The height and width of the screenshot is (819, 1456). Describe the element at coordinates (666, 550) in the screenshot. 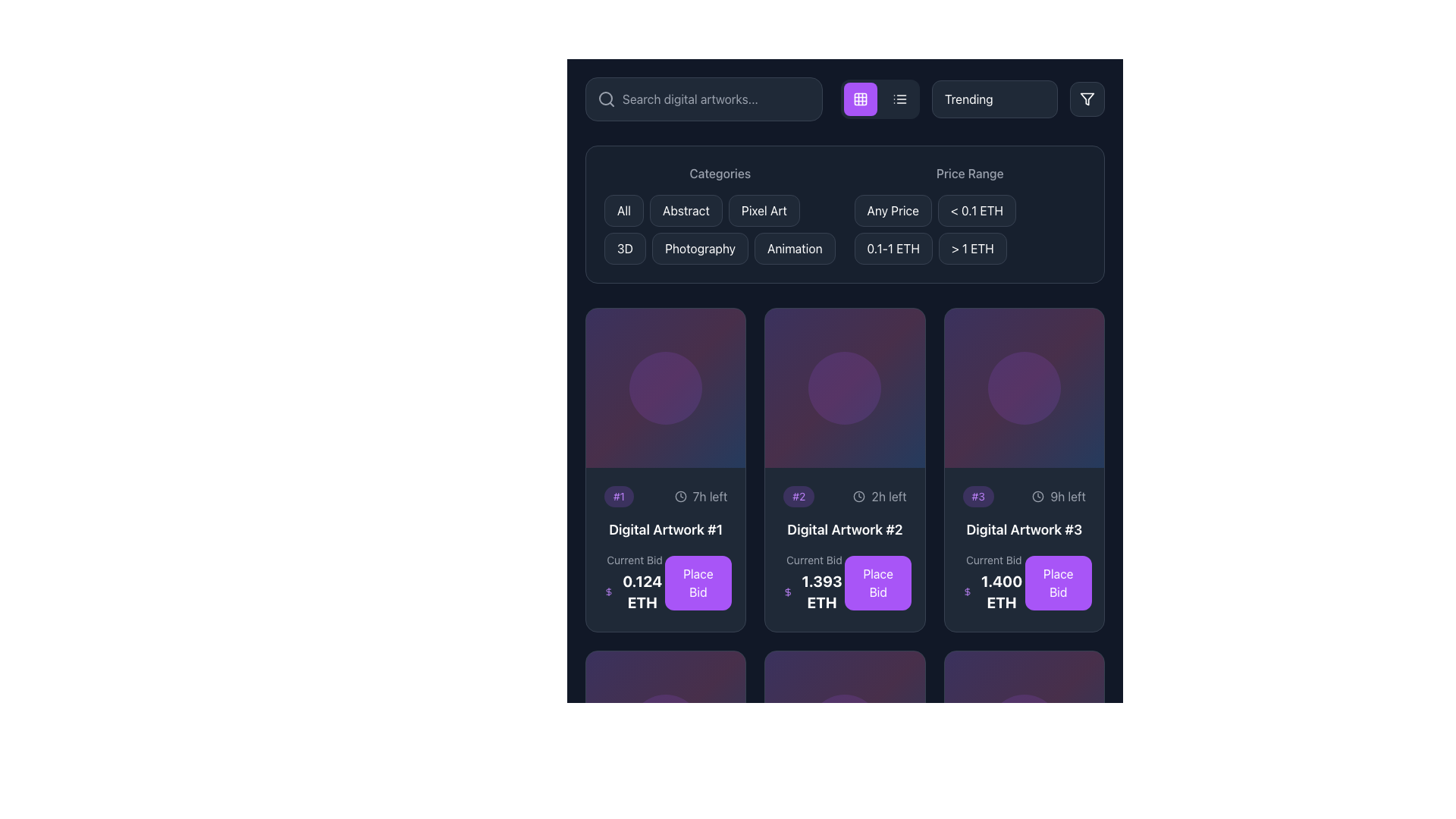

I see `displayed information from the digital artwork listing located in the first column of the grid layout, which includes details about the artwork, its current bid, and a button to place a bid` at that location.